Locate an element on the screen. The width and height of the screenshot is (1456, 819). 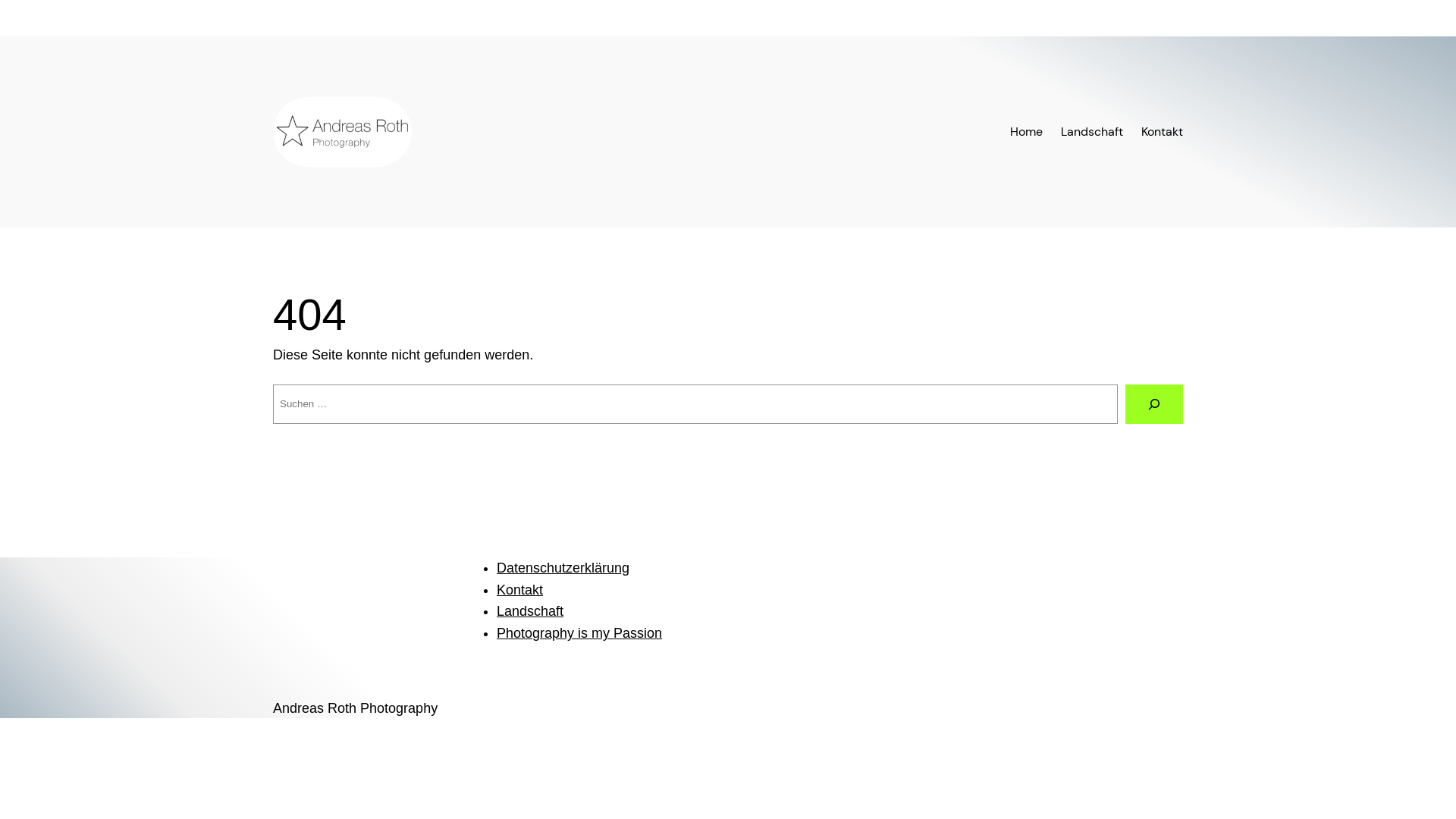
'Landschaft' is located at coordinates (1059, 130).